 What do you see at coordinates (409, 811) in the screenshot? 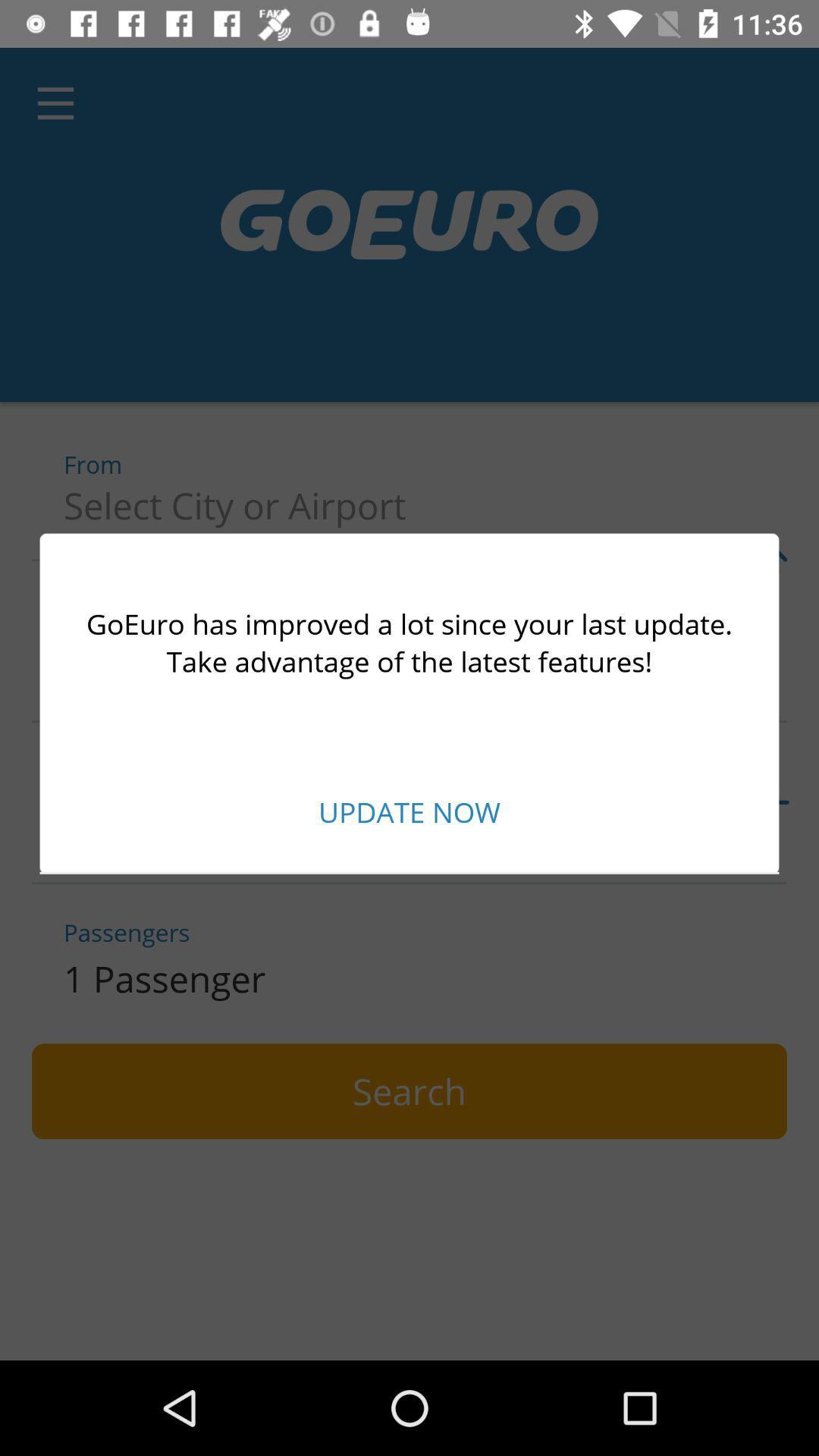
I see `the update now icon` at bounding box center [409, 811].